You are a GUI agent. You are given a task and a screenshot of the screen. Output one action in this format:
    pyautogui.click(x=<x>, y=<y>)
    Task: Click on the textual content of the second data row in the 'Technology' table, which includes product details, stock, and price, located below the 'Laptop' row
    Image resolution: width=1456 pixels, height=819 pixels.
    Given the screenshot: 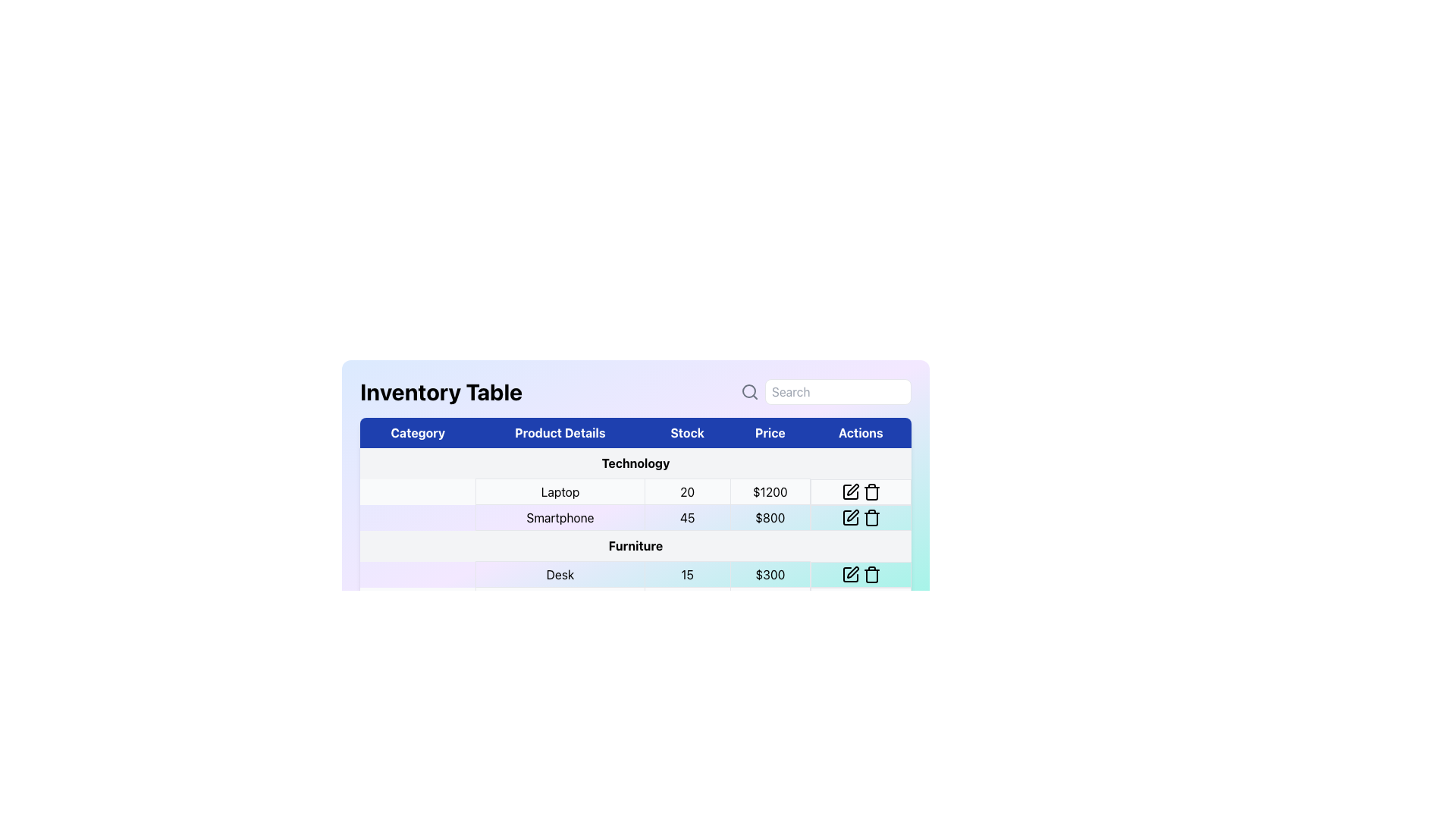 What is the action you would take?
    pyautogui.click(x=635, y=516)
    